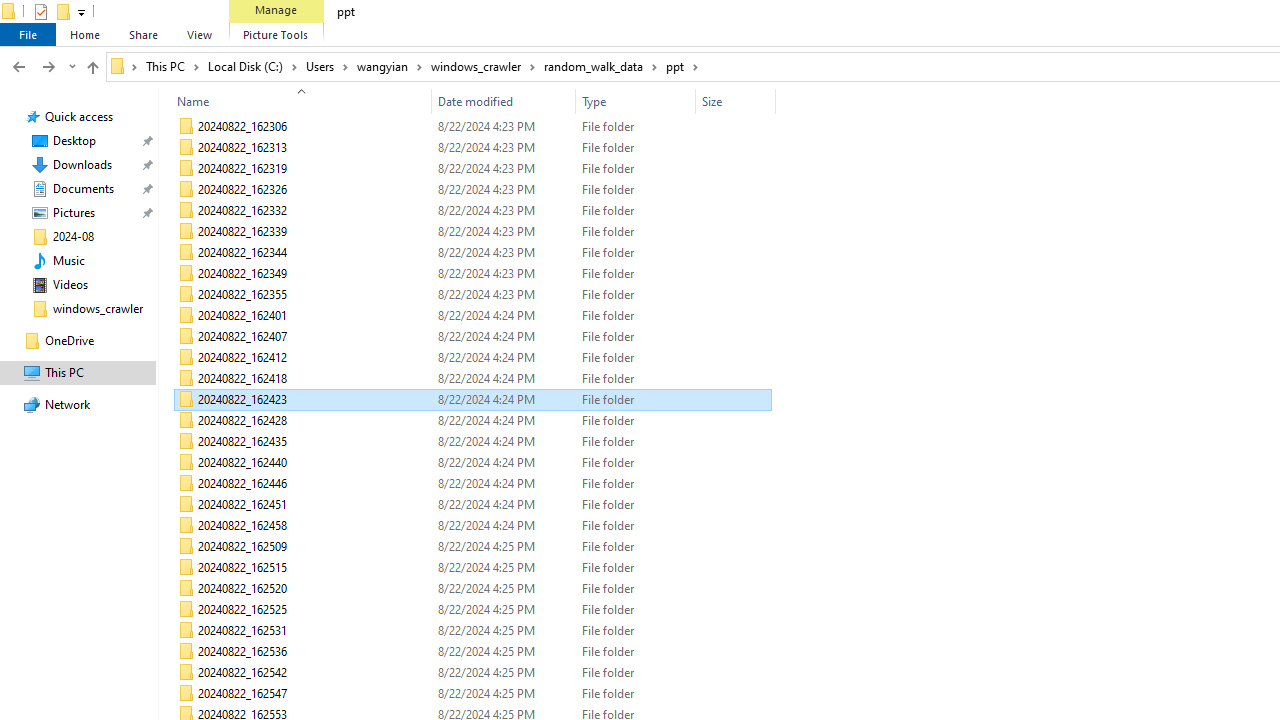  I want to click on '20240822_162547', so click(471, 693).